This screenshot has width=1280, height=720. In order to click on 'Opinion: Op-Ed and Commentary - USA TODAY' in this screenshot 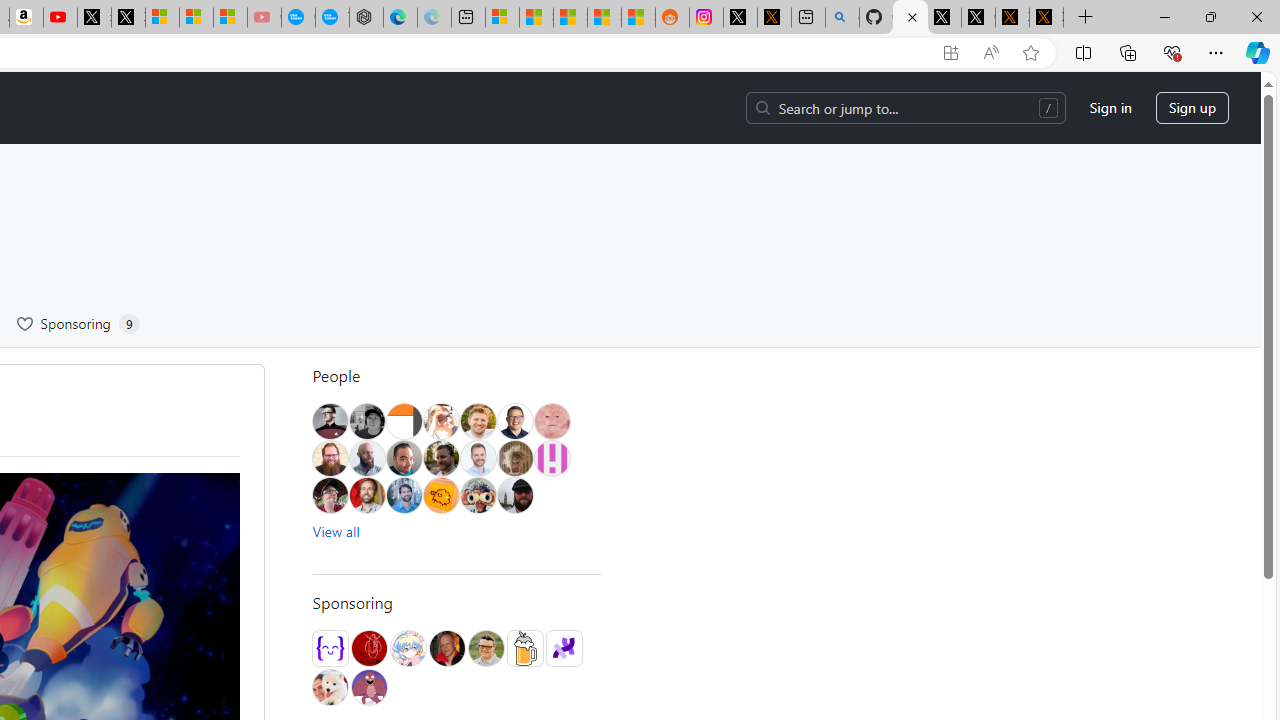, I will do `click(297, 17)`.